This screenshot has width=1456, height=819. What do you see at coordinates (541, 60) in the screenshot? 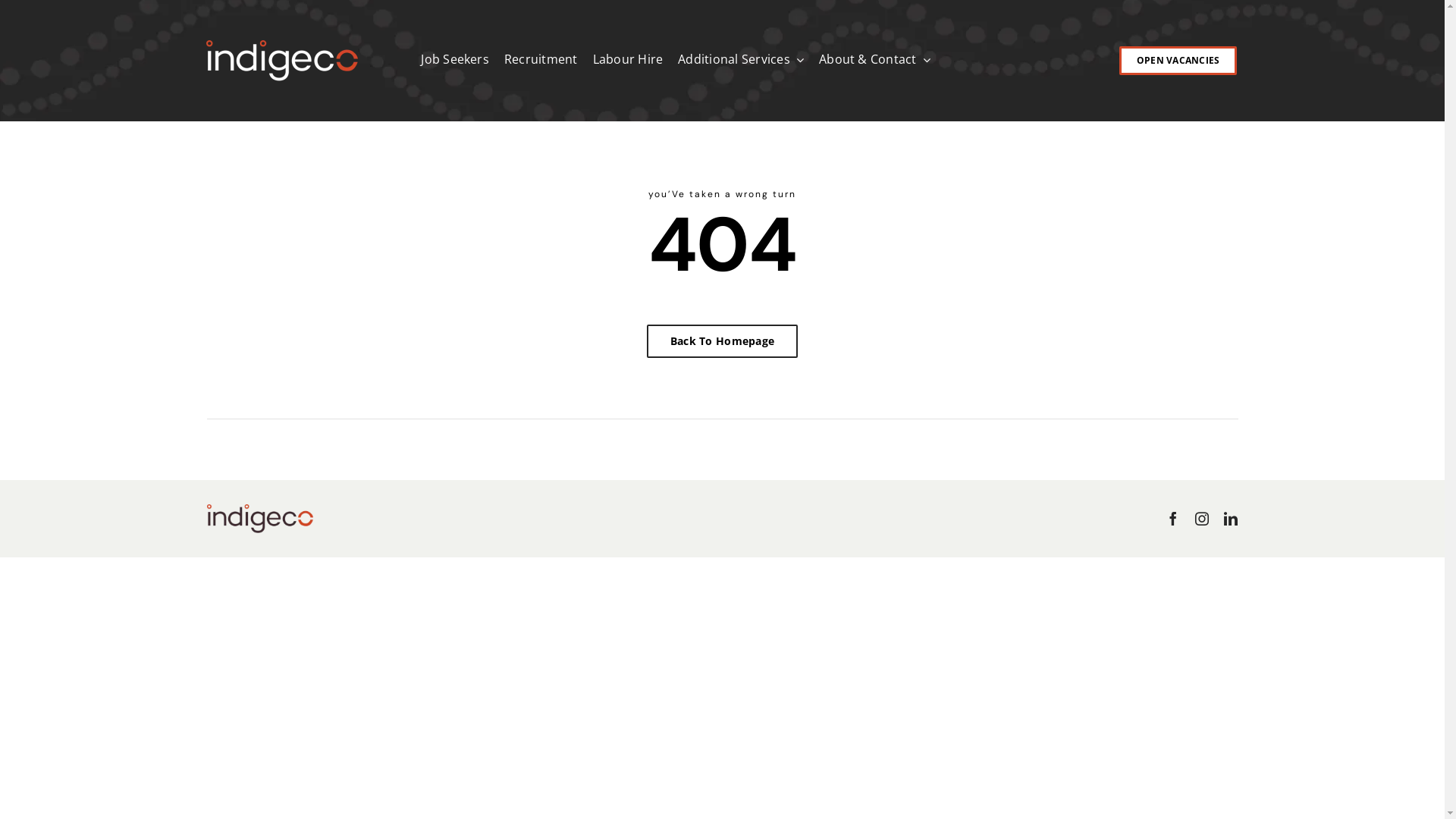
I see `'Recruitment'` at bounding box center [541, 60].